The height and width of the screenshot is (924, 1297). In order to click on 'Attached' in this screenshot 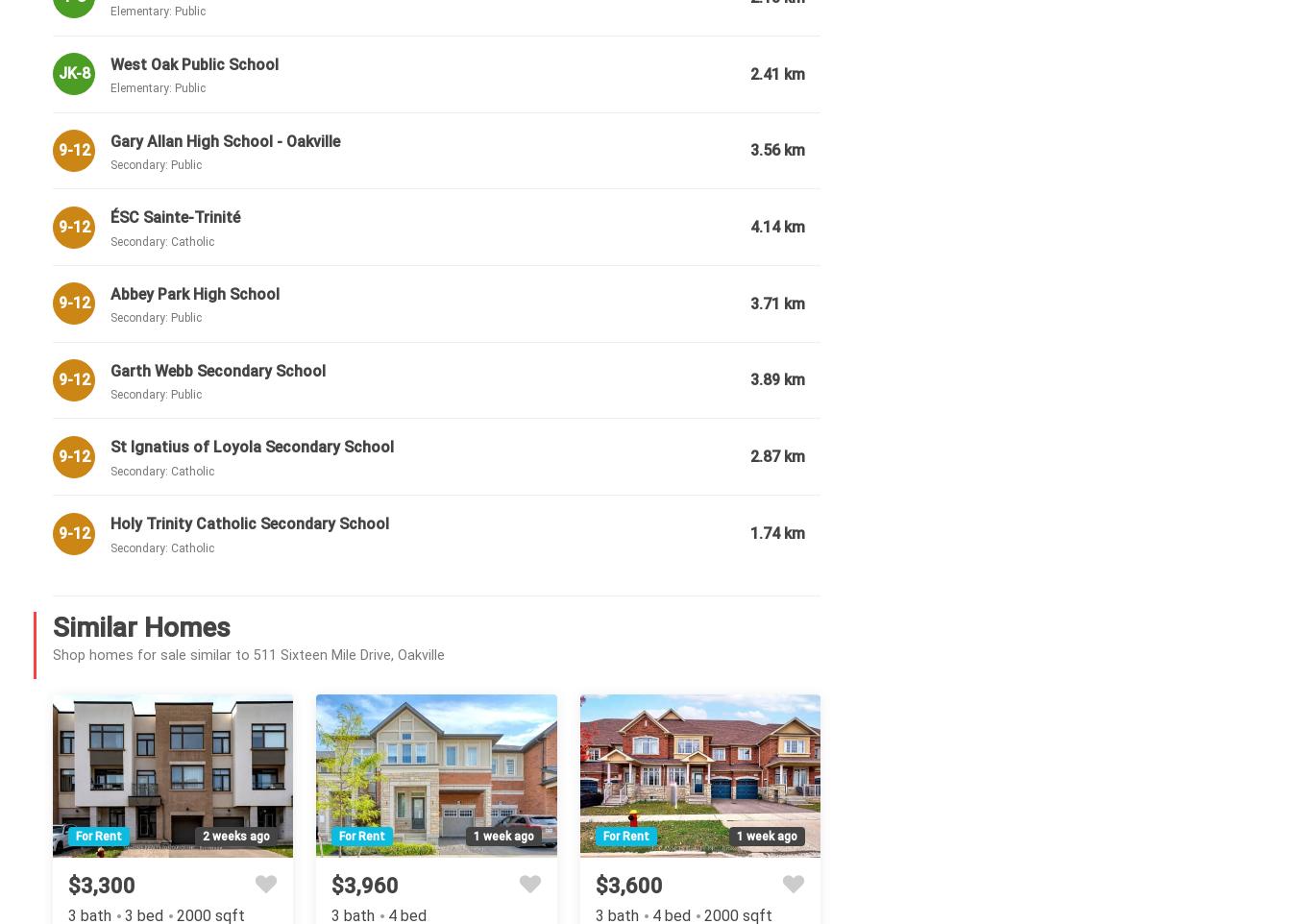, I will do `click(181, 205)`.